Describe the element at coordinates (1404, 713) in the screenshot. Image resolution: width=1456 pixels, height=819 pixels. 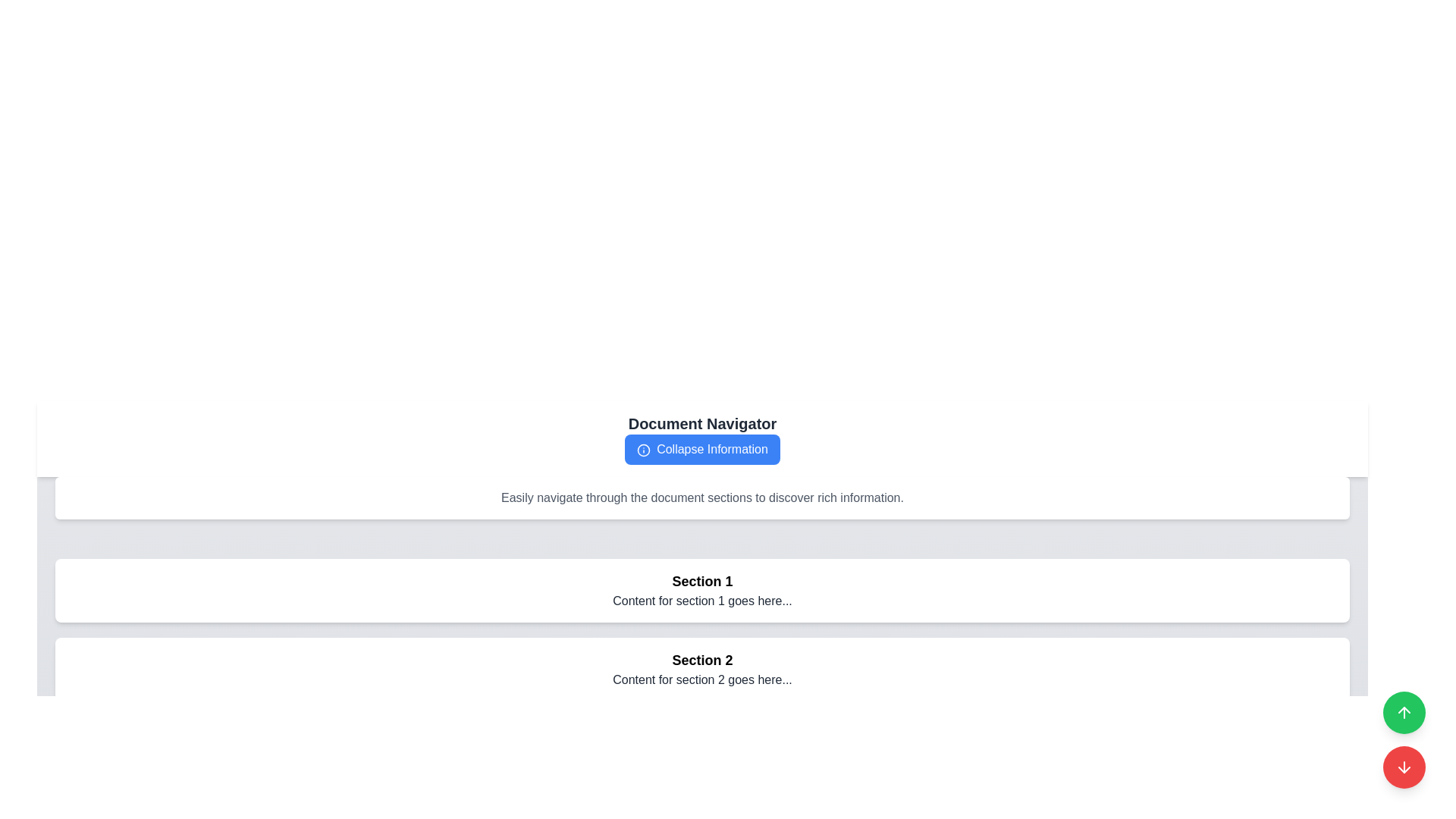
I see `the green circular button with an upward arrow located at the bottom-right corner of the interface to trigger tooltip or visual feedback` at that location.